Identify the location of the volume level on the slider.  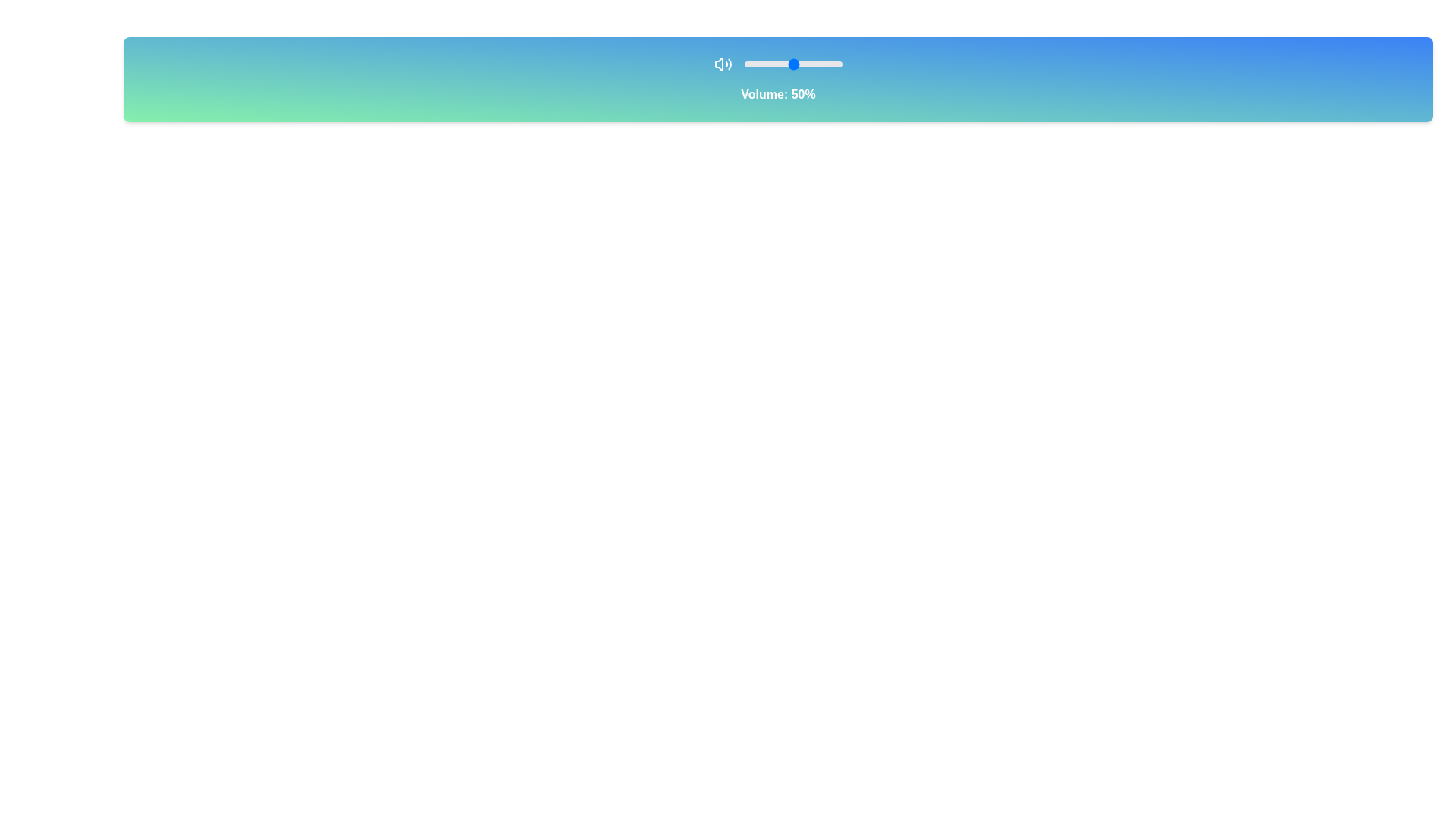
(797, 63).